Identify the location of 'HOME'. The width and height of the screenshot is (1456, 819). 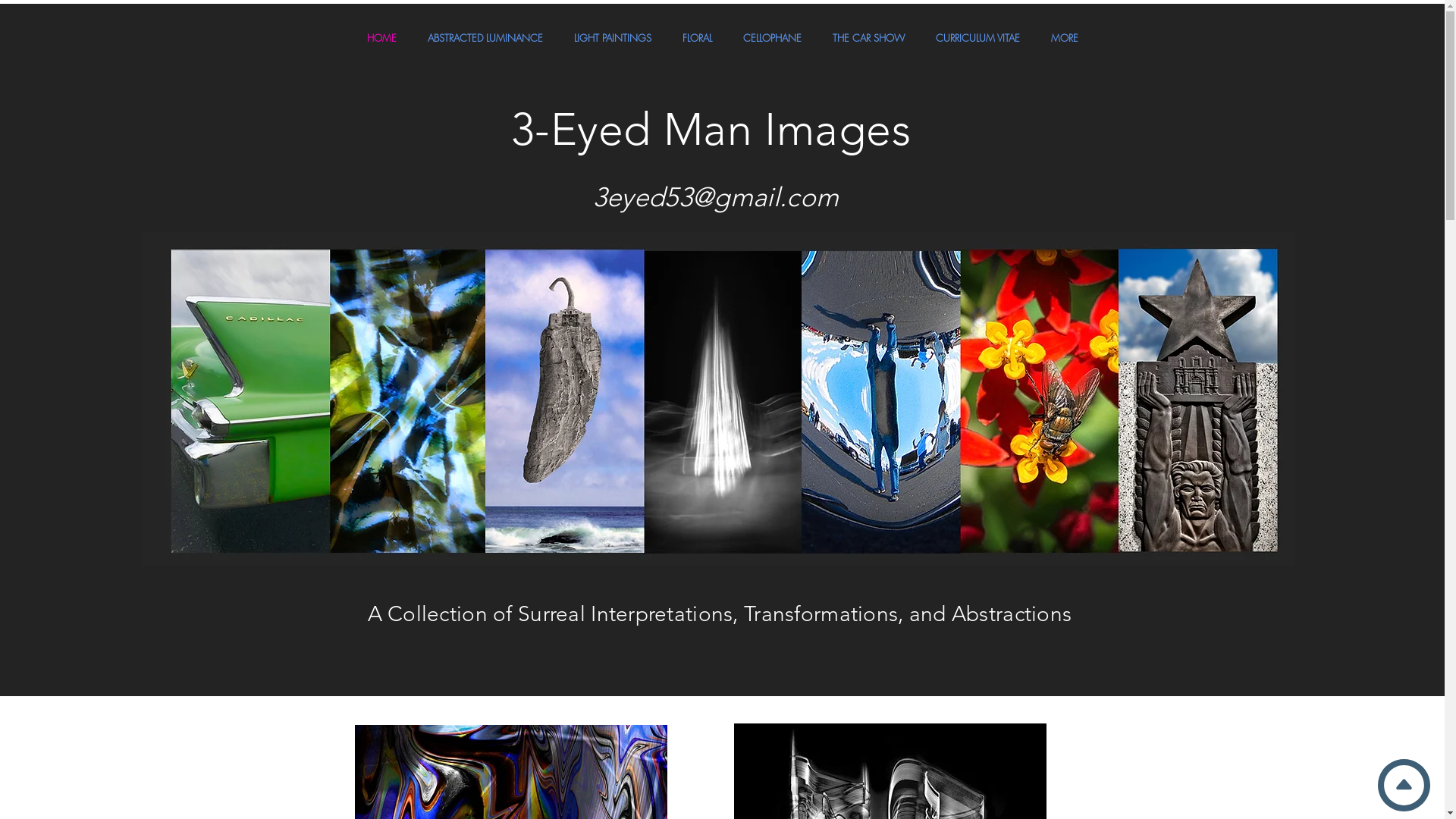
(381, 37).